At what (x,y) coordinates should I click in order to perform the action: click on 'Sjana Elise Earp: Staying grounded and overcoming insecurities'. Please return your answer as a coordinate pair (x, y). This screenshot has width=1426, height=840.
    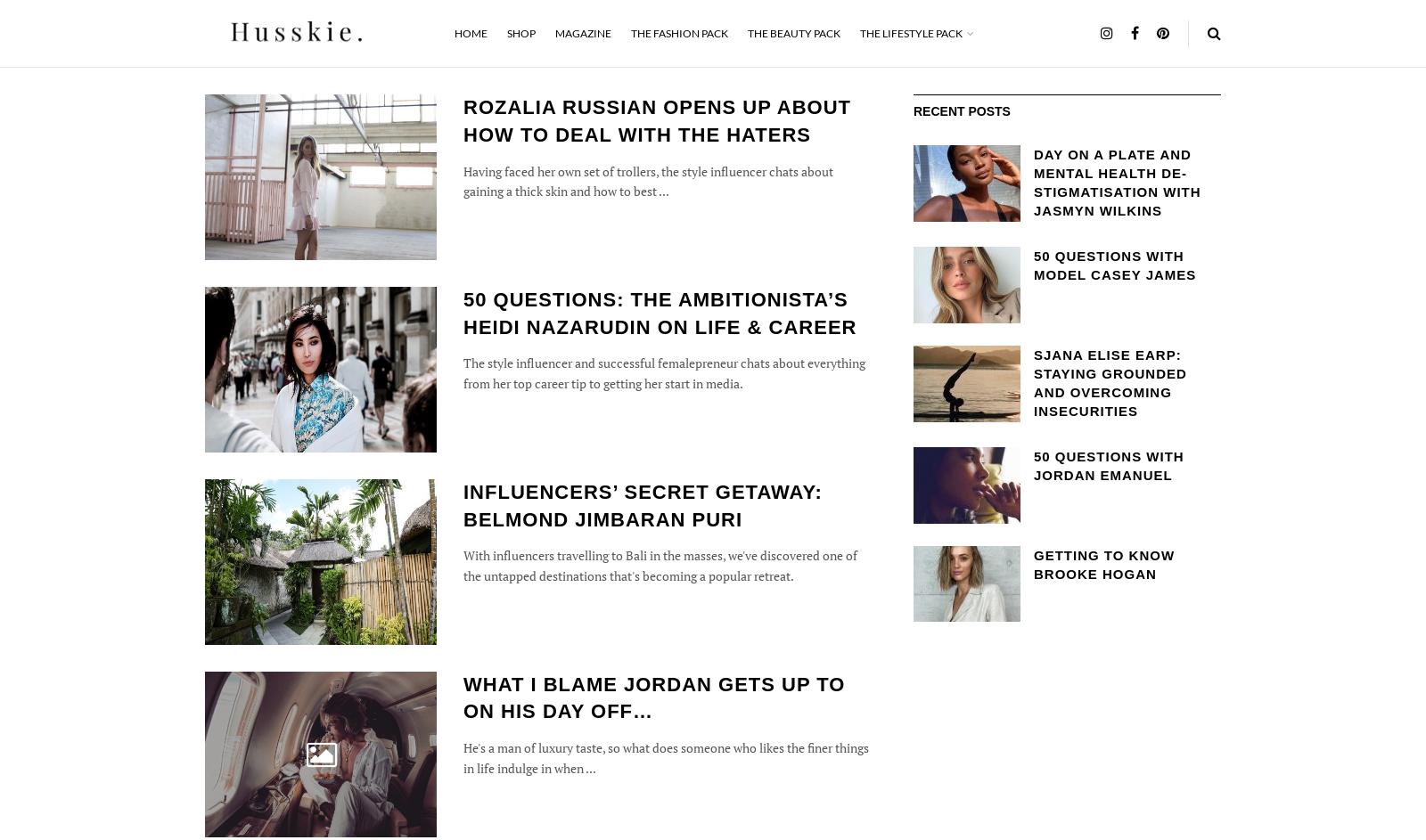
    Looking at the image, I should click on (1034, 381).